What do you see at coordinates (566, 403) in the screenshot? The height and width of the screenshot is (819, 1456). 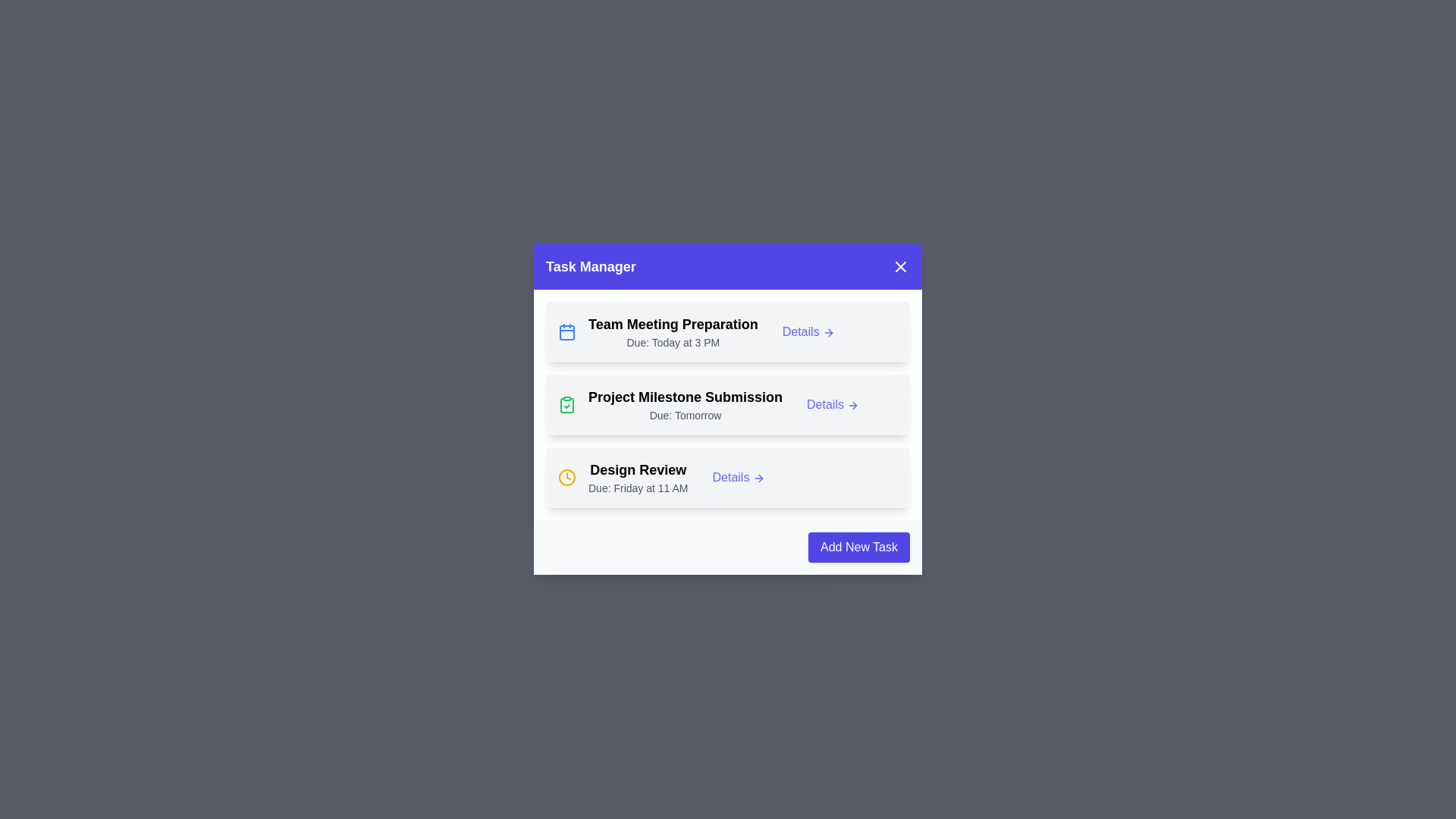 I see `the green clipboard icon with a checkmark located to the left of the 'Project Milestone Submission' text` at bounding box center [566, 403].